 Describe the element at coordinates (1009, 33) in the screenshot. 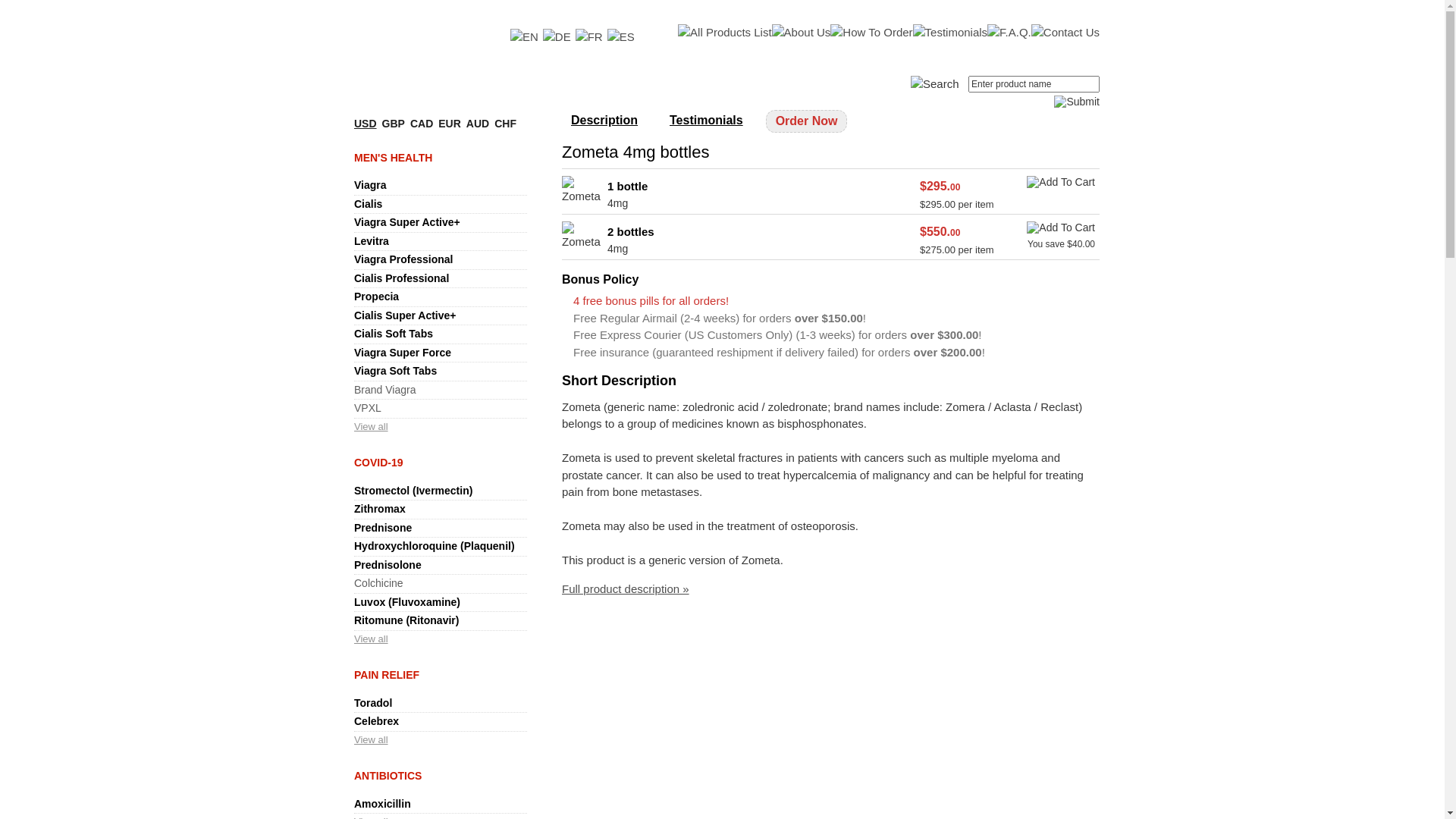

I see `'F.A.Q.'` at that location.